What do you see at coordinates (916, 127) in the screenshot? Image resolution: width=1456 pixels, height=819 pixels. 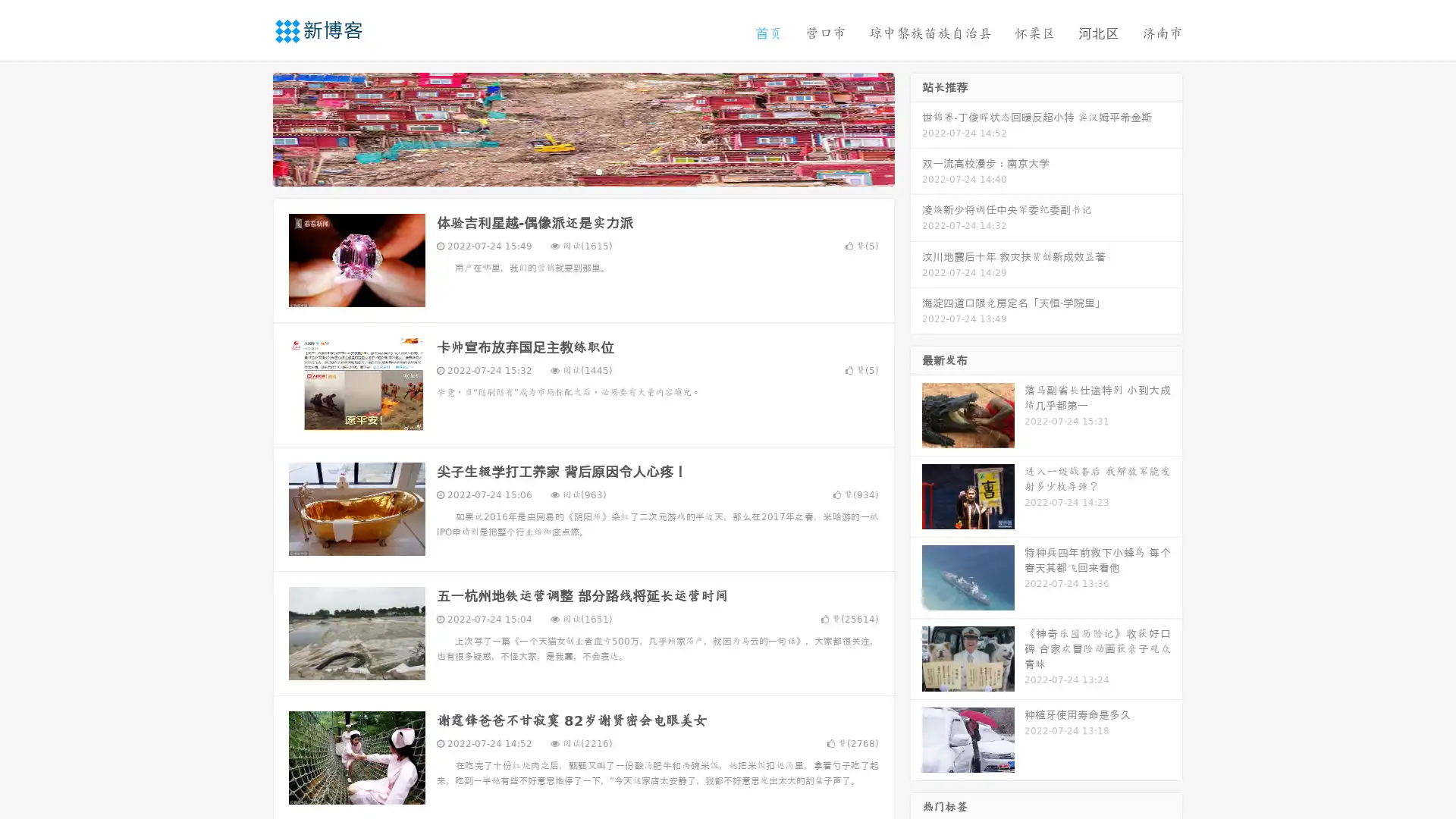 I see `Next slide` at bounding box center [916, 127].